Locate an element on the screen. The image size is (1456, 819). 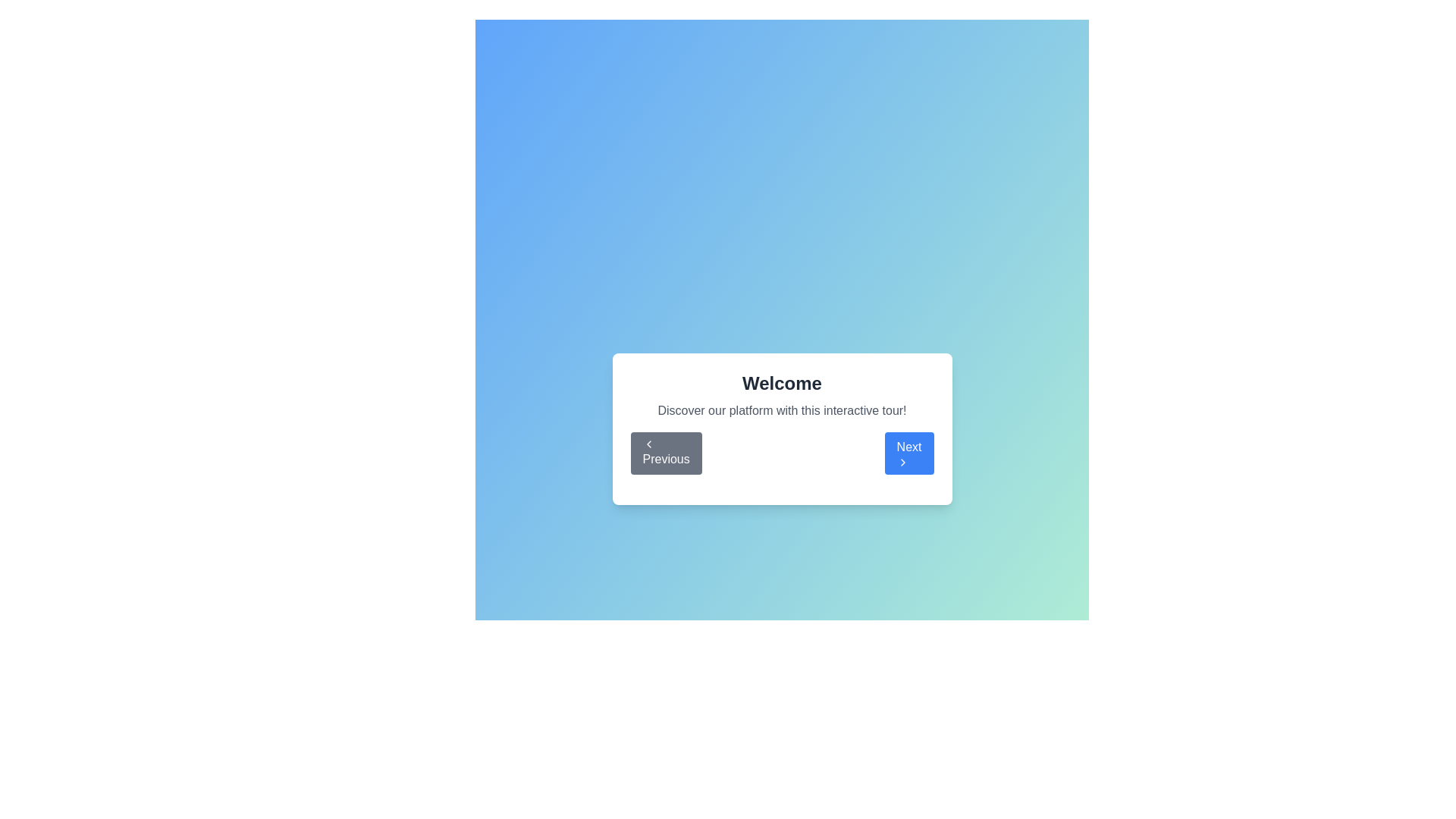
the left-pointing chevron icon within the 'Previous' button located in the footer section is located at coordinates (648, 444).